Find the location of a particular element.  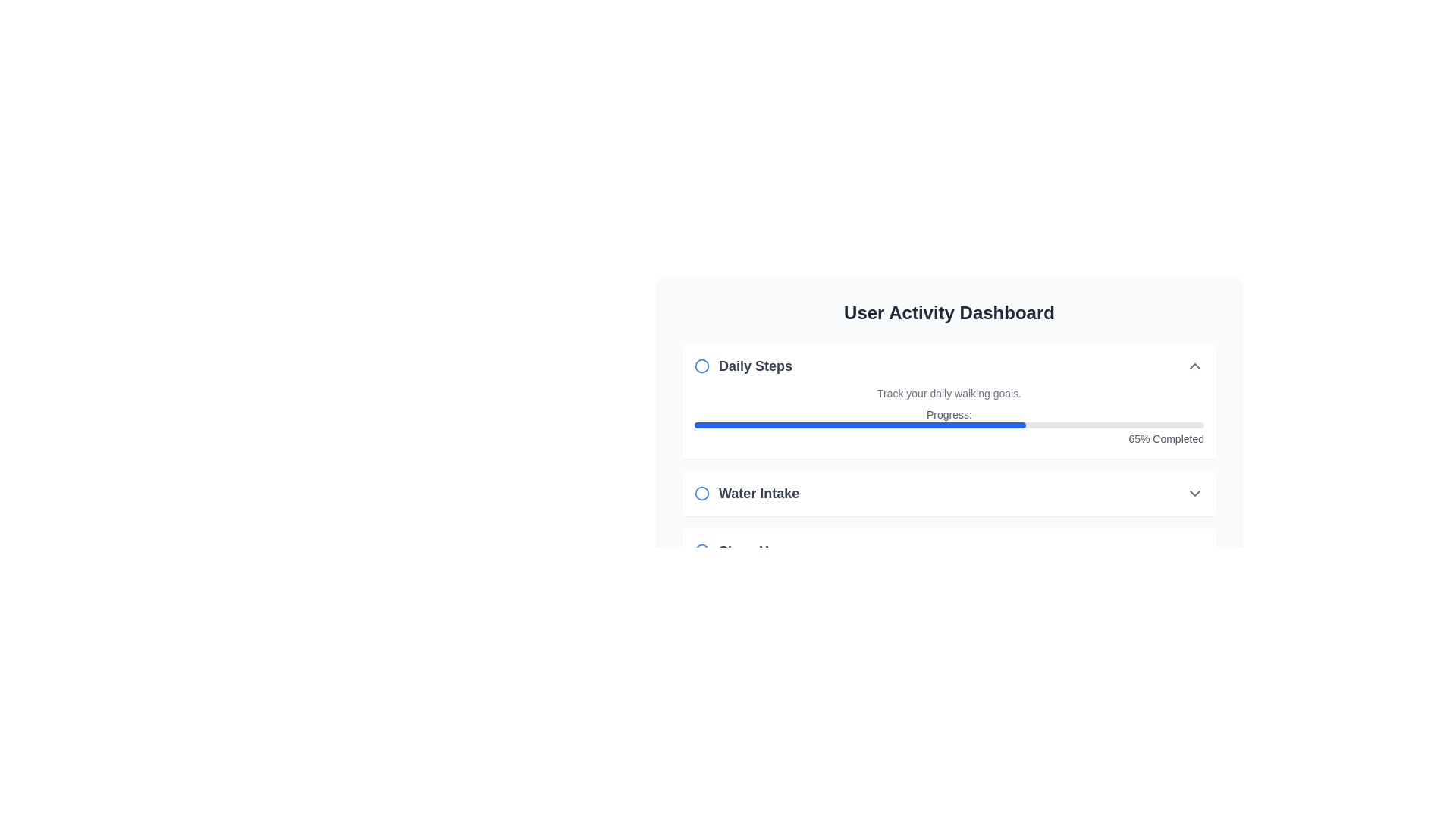

the icon representing the 'Water Intake' feature in the user activity dashboard is located at coordinates (747, 494).